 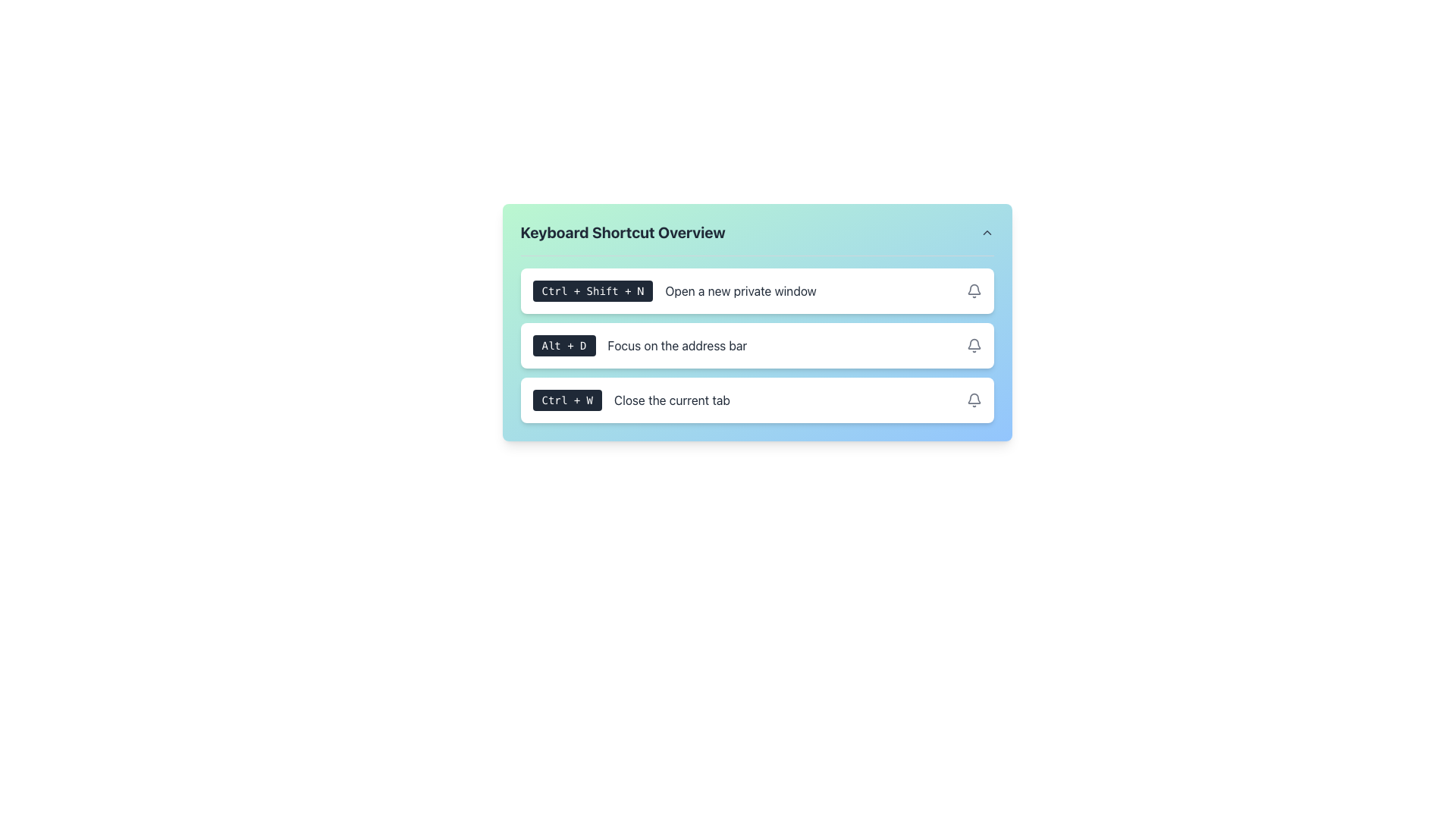 I want to click on the text label displaying the keyboard shortcut 'Ctrl + Shift + N' located in the first row under 'Keyboard Shortcut Overview', preceding the description 'Open a new private window', so click(x=592, y=291).